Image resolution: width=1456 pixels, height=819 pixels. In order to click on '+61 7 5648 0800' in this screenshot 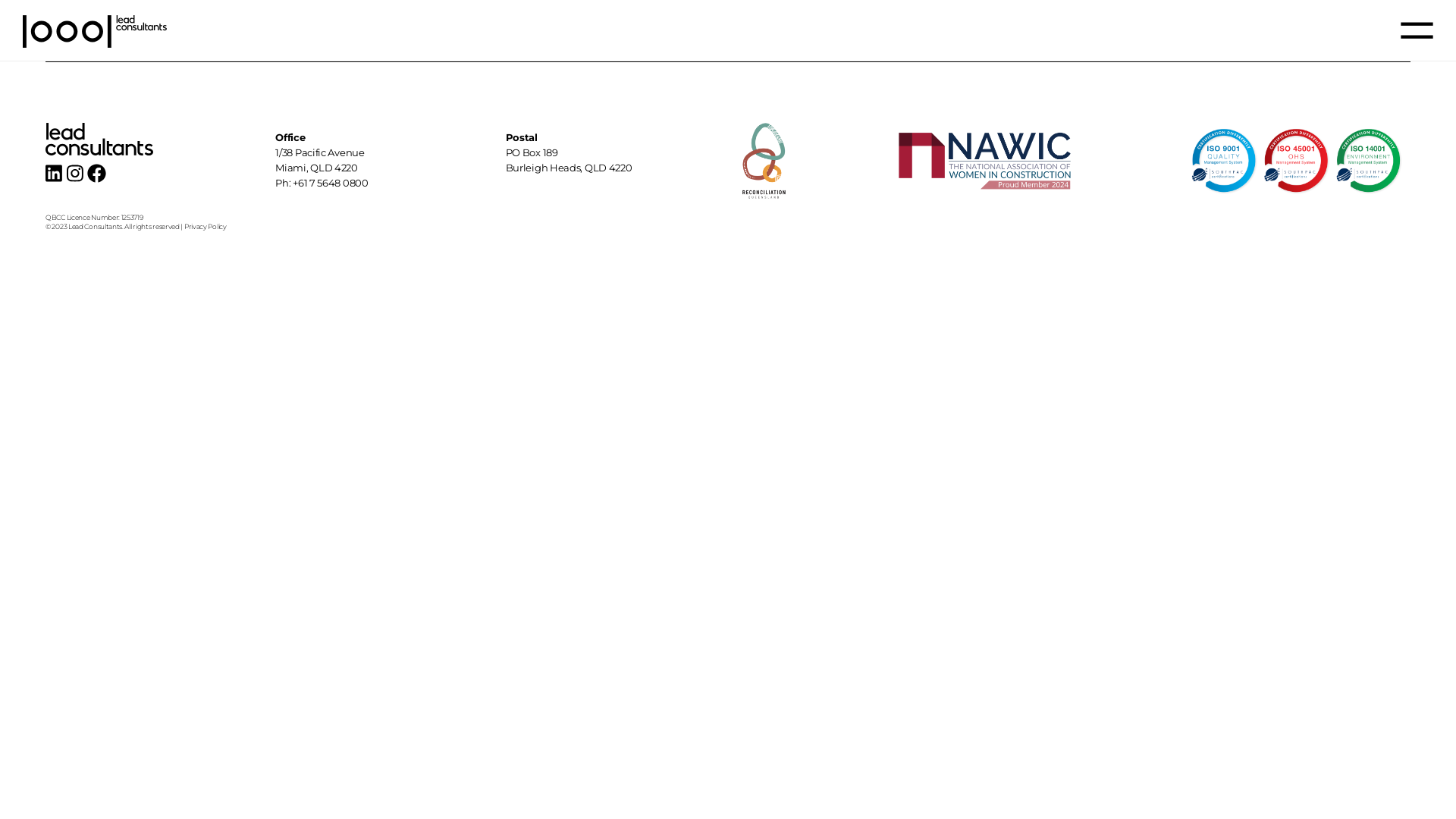, I will do `click(330, 181)`.